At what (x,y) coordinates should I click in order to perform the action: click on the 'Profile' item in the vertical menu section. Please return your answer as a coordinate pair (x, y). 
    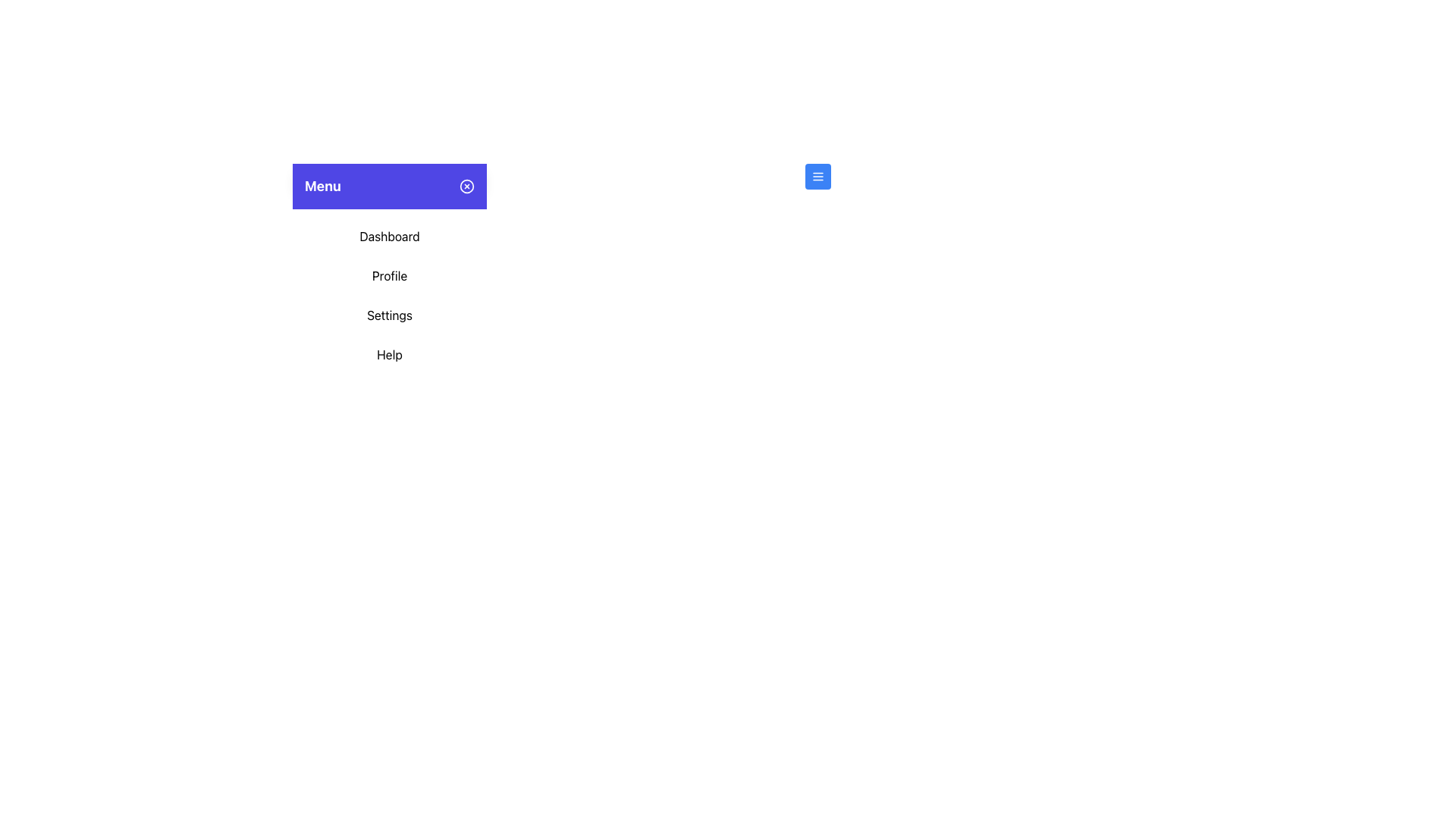
    Looking at the image, I should click on (389, 295).